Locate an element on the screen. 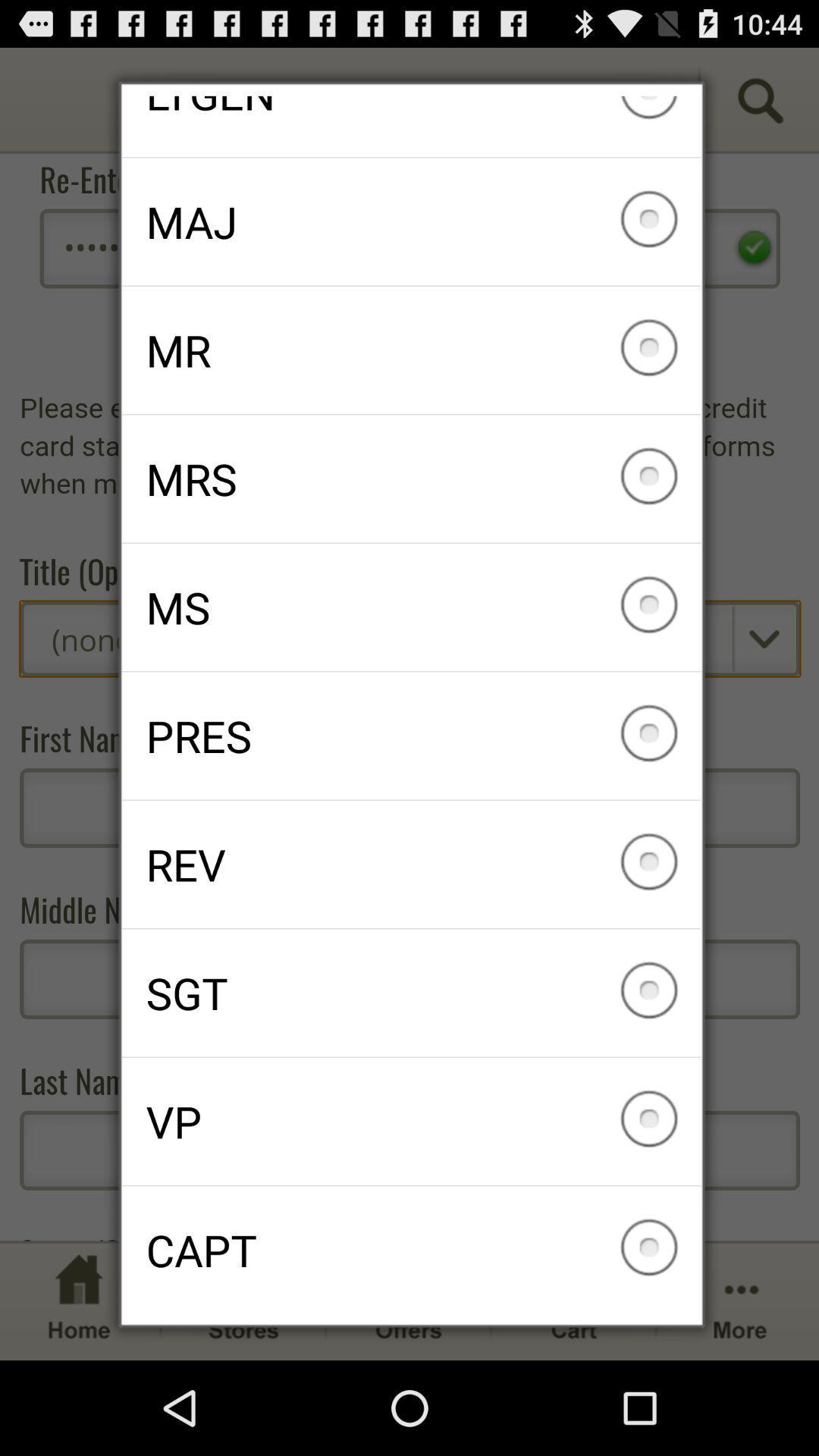 Image resolution: width=819 pixels, height=1456 pixels. checkbox below maj icon is located at coordinates (411, 349).